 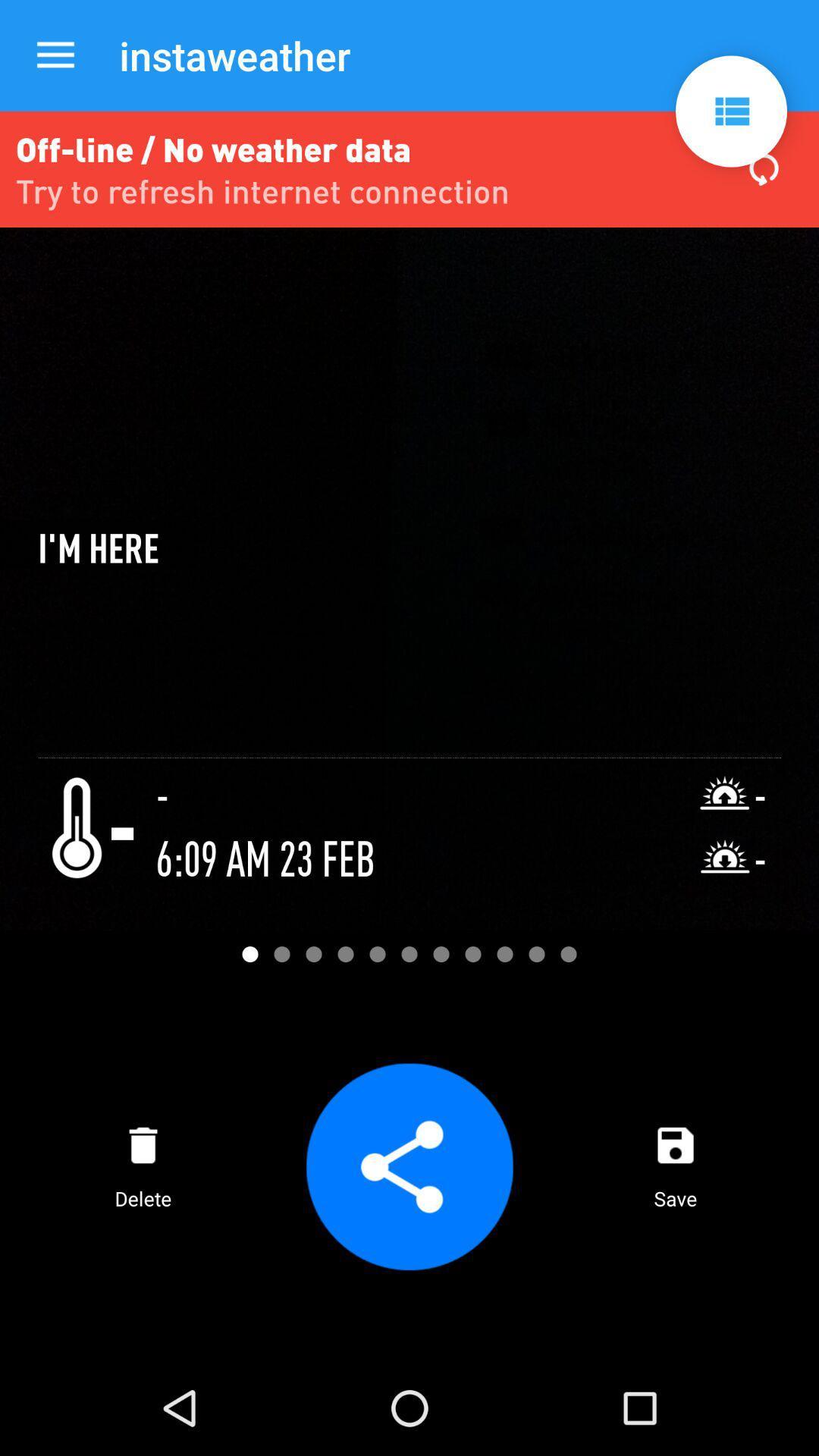 I want to click on the app to the left of instaweather icon, so click(x=55, y=55).